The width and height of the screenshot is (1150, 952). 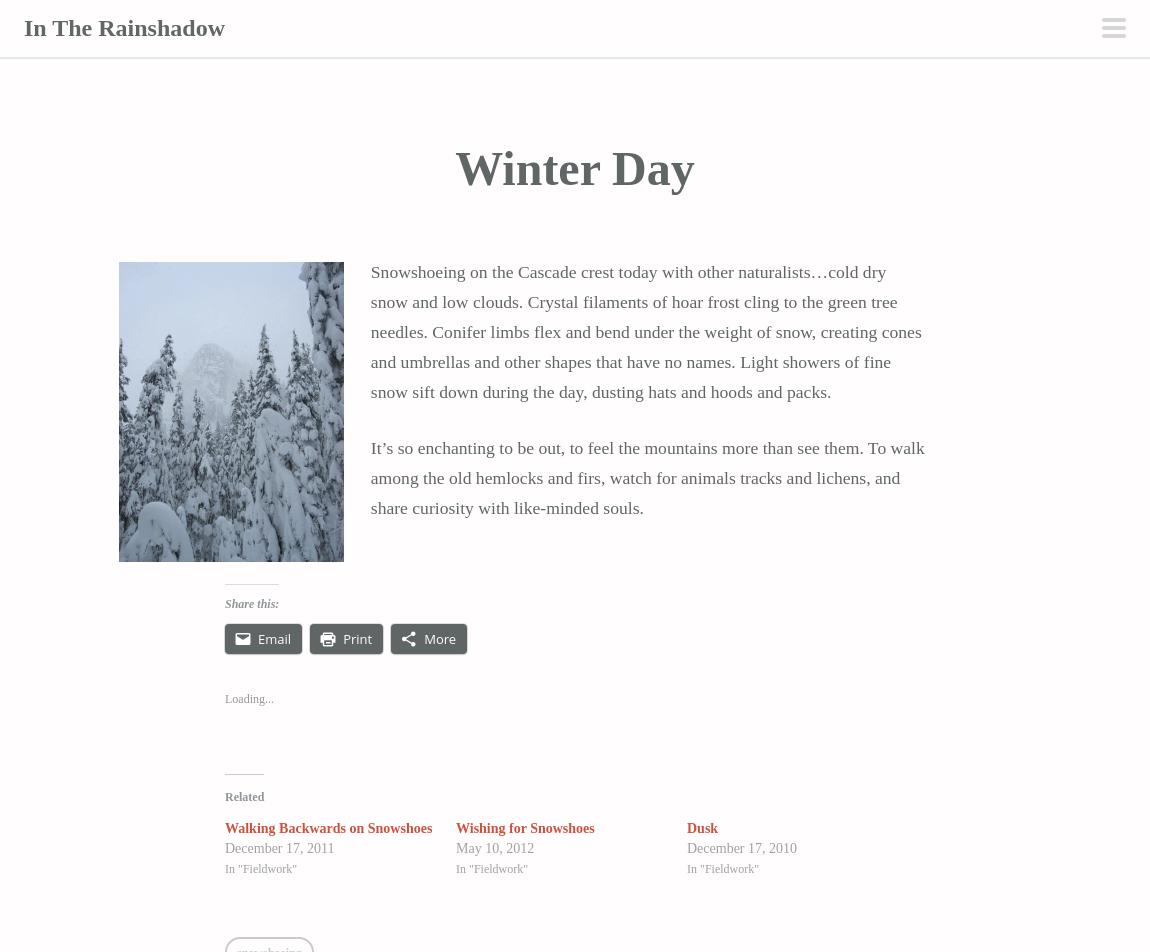 I want to click on 'Snowshoeing on the Cascade crest today with other naturalists…cold dry snow and low clouds. Crystal filaments of hoar frost cling to the green tree needles. Conifer limbs flex and bend under the weight of snow, creating cones and umbrellas and other shapes that have no names. Light showers of fine snow sift down during the day, dusting hats and hoods and packs.', so click(x=644, y=331).